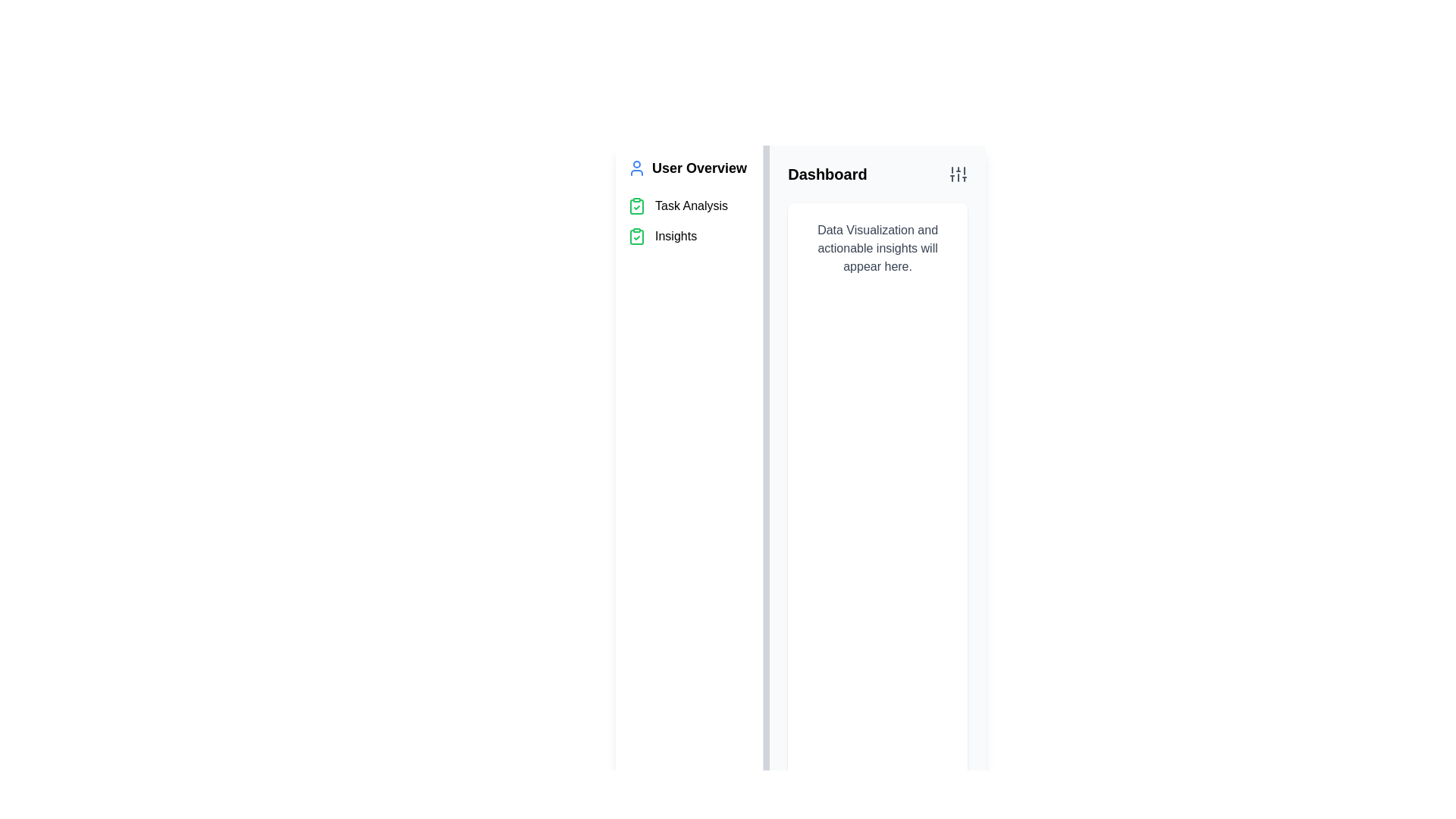 This screenshot has height=819, width=1456. What do you see at coordinates (877, 247) in the screenshot?
I see `the informational text element located in the white background card area under the 'Dashboard' section, positioned towards the top-central area of the card` at bounding box center [877, 247].